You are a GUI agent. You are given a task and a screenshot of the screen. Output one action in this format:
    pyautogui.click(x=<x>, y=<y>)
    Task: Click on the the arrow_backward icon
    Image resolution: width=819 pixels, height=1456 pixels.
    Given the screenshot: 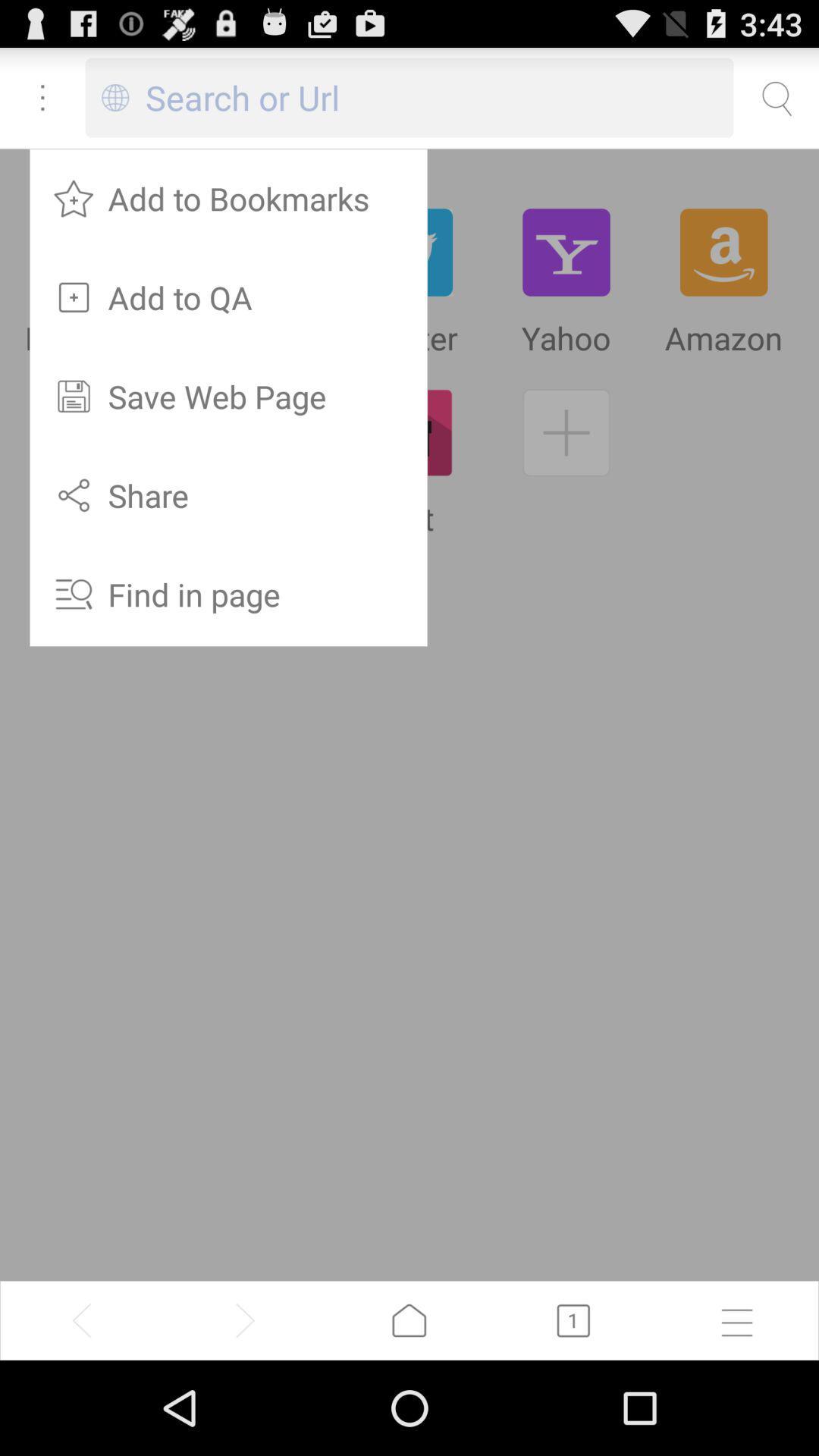 What is the action you would take?
    pyautogui.click(x=82, y=1412)
    